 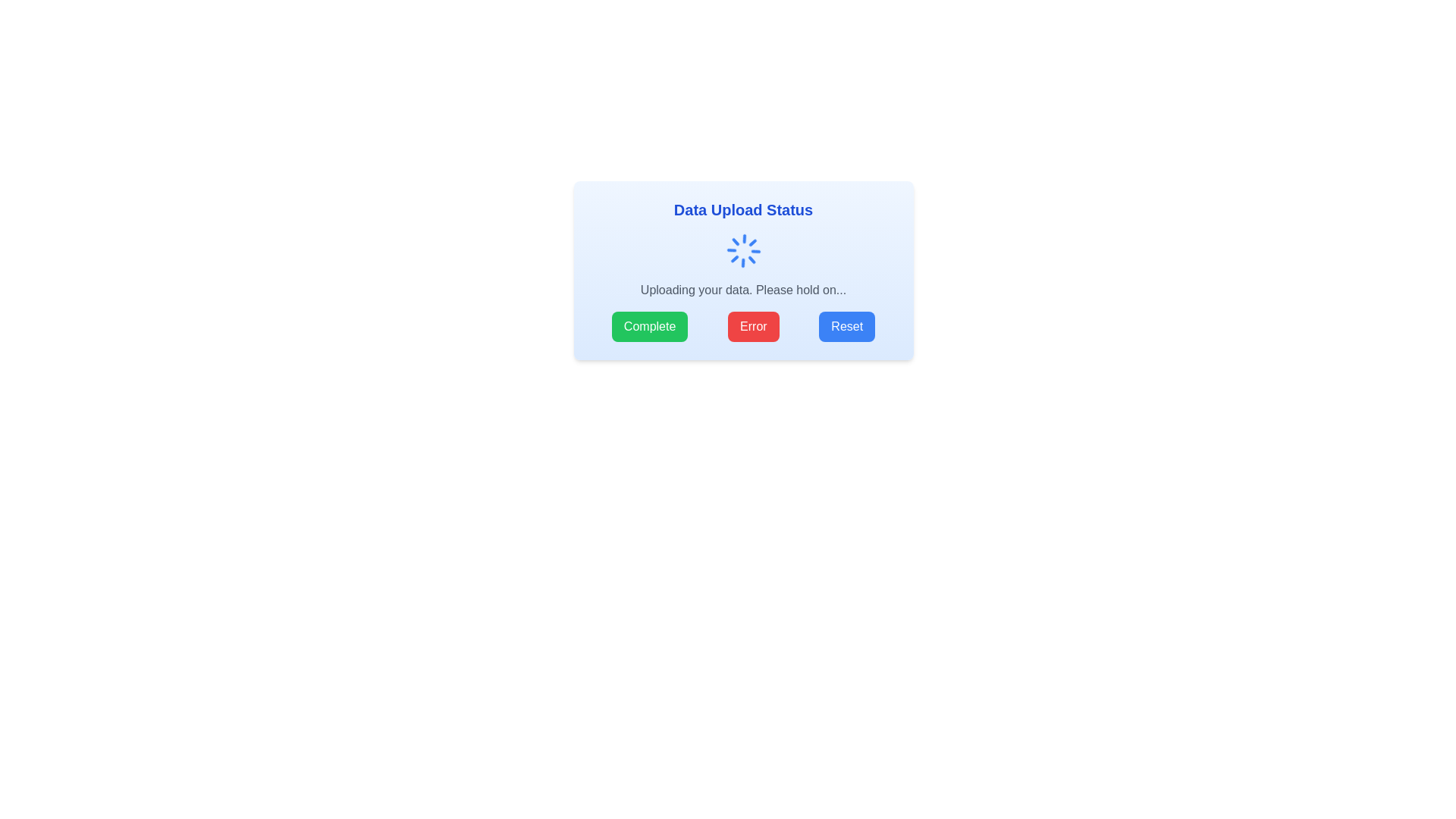 What do you see at coordinates (846, 326) in the screenshot?
I see `the 'Reset' button located at the bottom-right corner of the 'Data Upload Status' modal dialog` at bounding box center [846, 326].